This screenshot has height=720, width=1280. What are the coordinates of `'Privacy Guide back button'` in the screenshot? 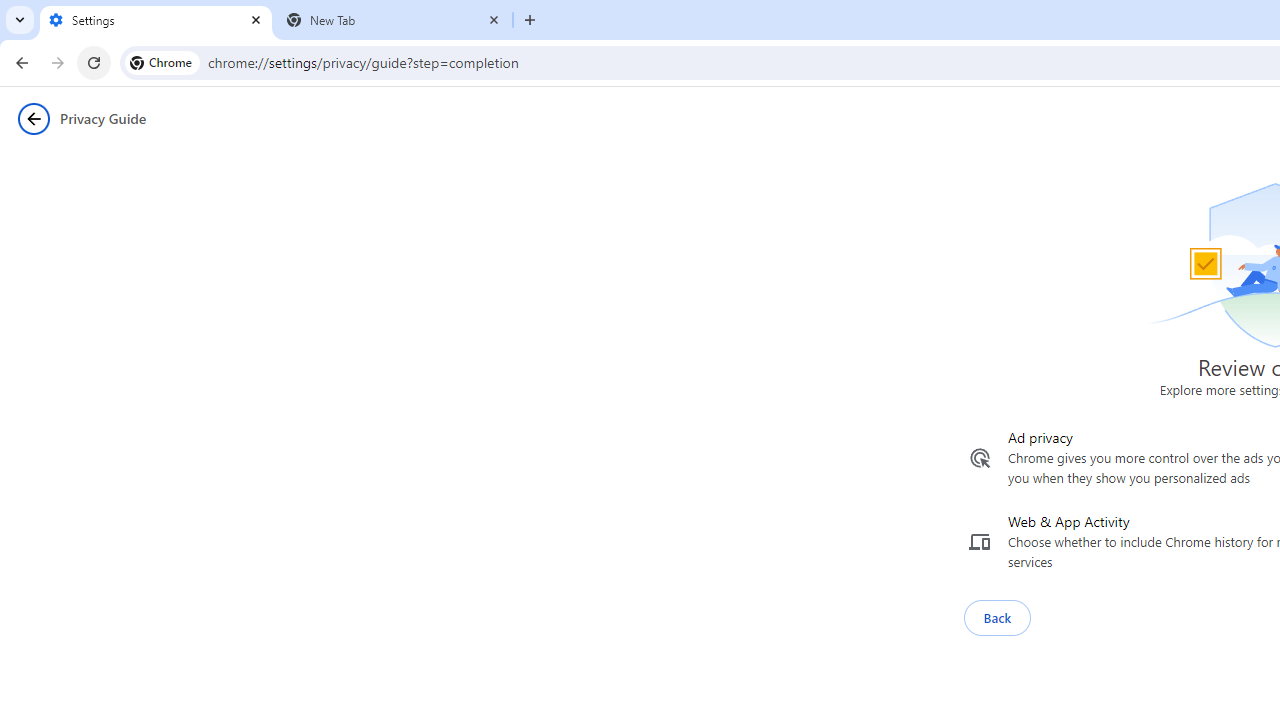 It's located at (33, 119).